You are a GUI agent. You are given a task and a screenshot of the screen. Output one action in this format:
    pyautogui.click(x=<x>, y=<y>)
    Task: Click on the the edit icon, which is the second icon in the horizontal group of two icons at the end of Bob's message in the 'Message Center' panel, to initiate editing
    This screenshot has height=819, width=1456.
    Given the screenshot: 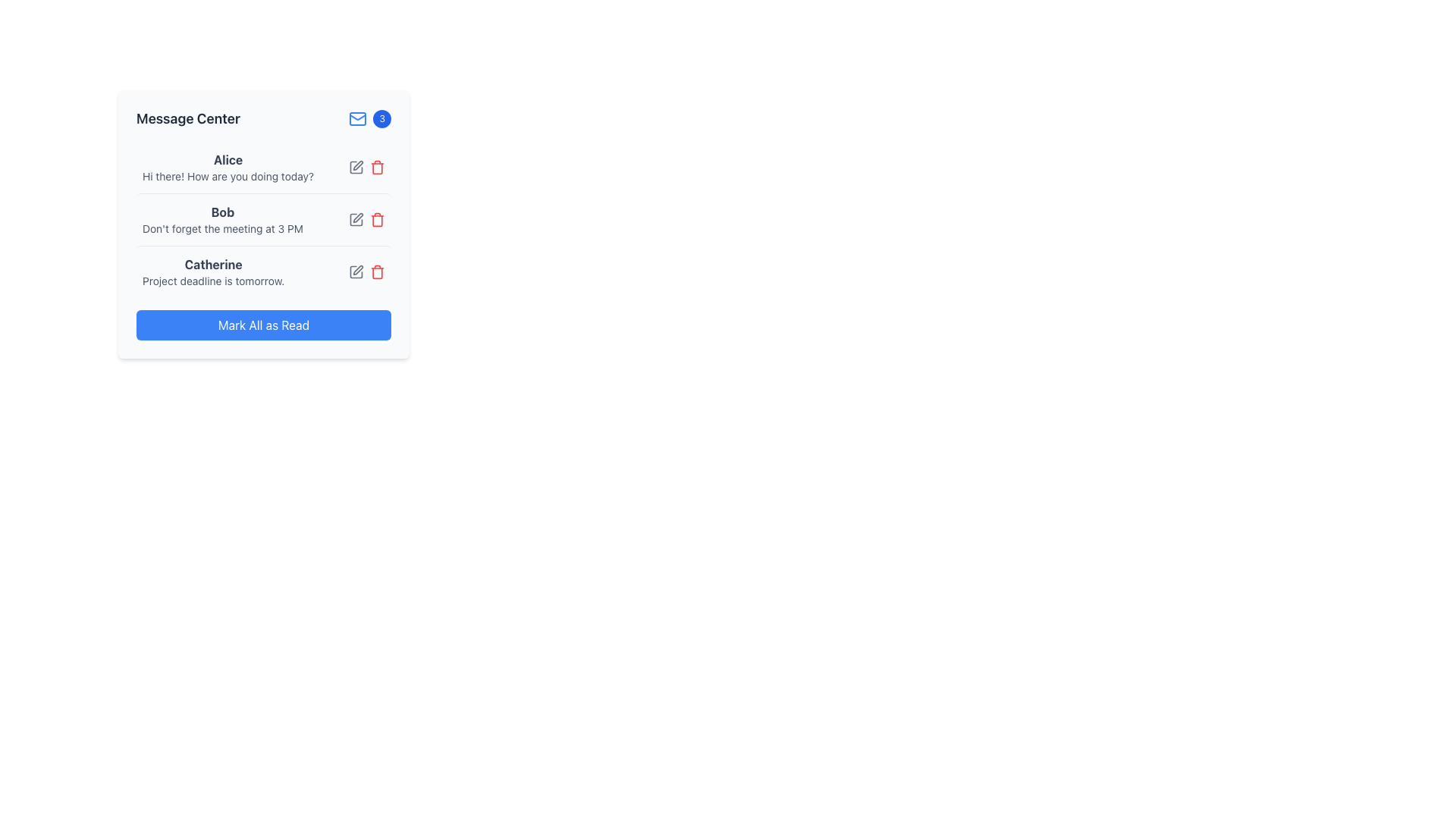 What is the action you would take?
    pyautogui.click(x=357, y=165)
    